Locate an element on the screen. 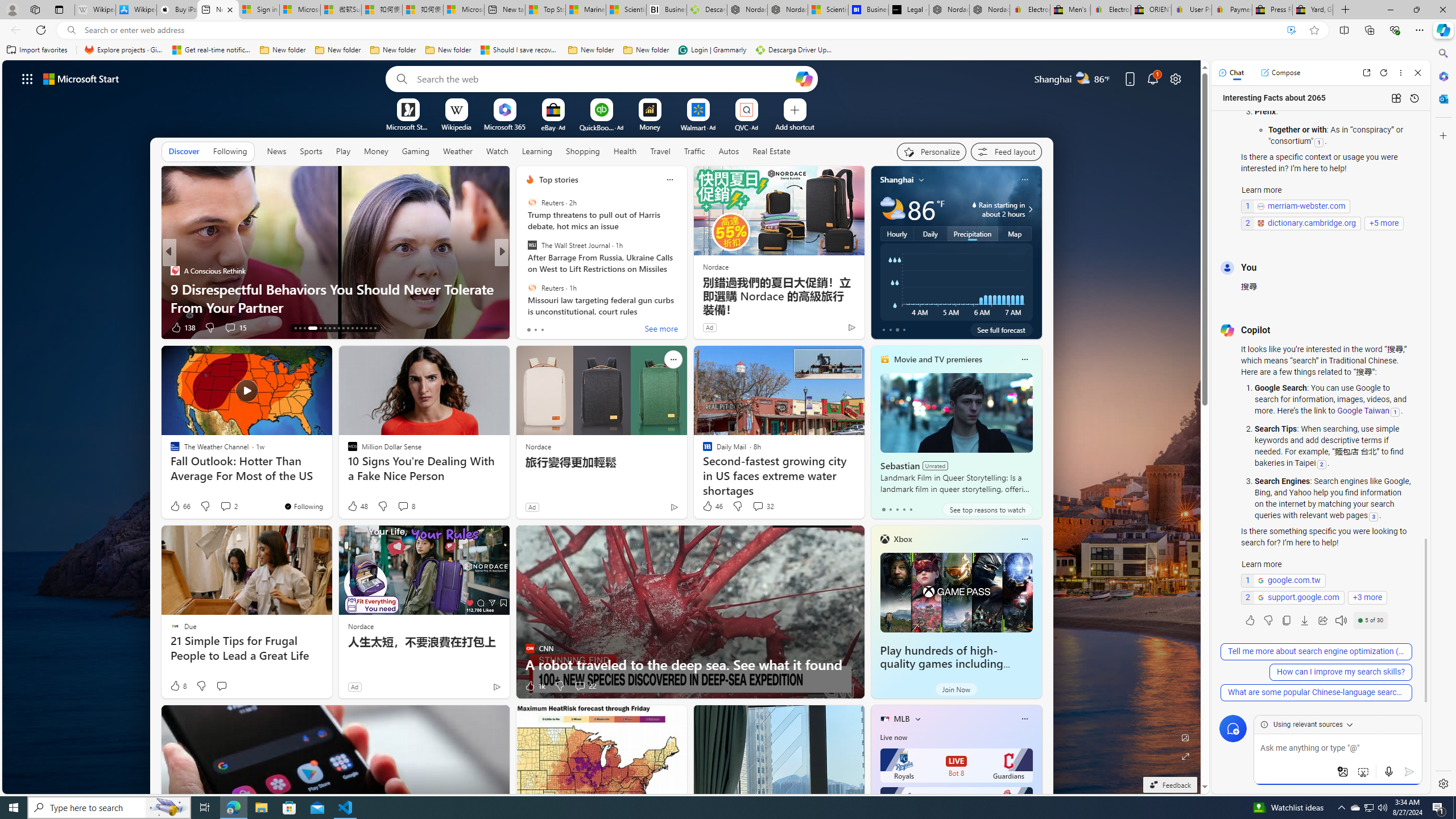  'Search icon' is located at coordinates (71, 30).